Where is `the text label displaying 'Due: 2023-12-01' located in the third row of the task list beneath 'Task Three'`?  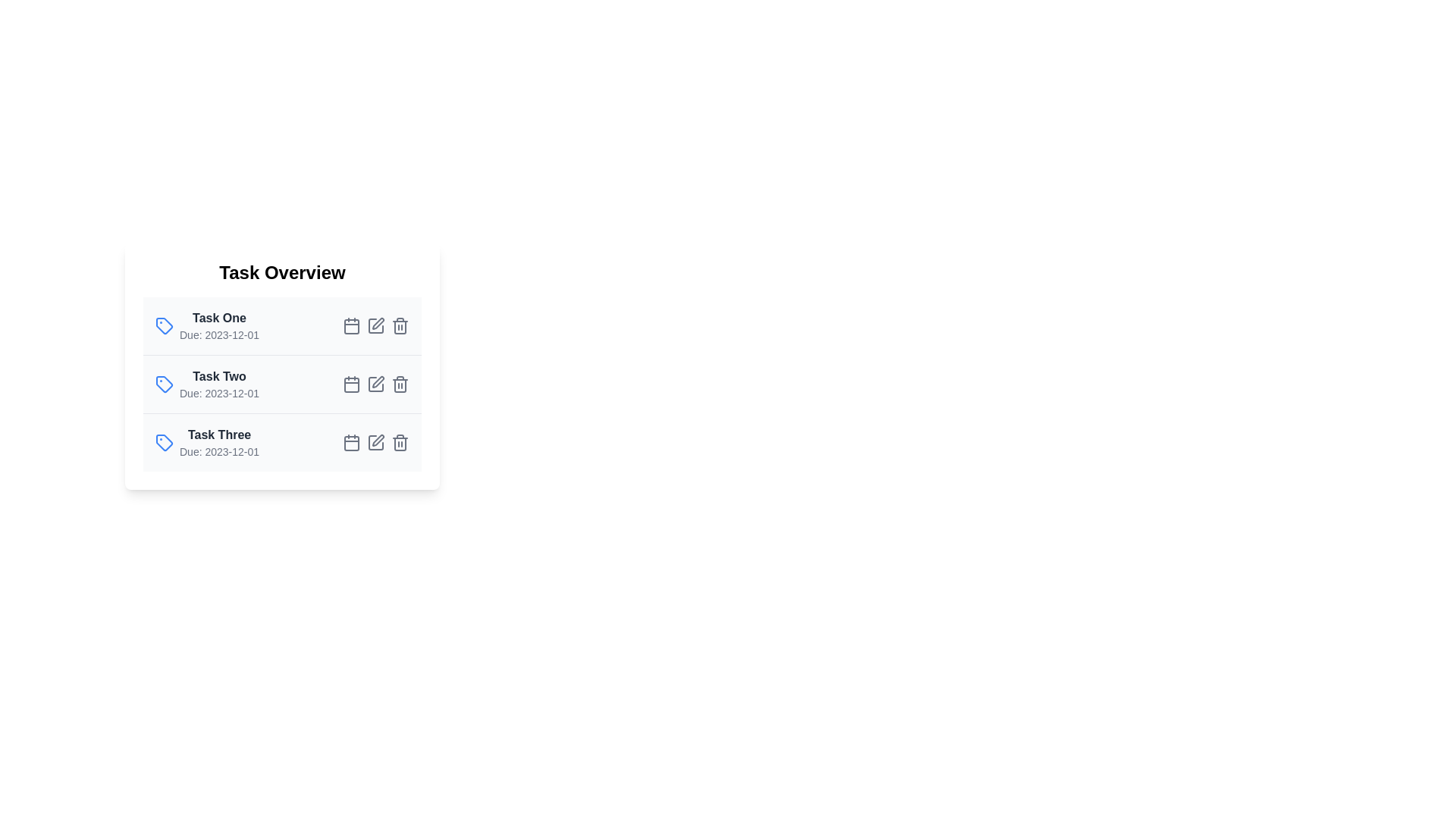 the text label displaying 'Due: 2023-12-01' located in the third row of the task list beneath 'Task Three' is located at coordinates (218, 451).